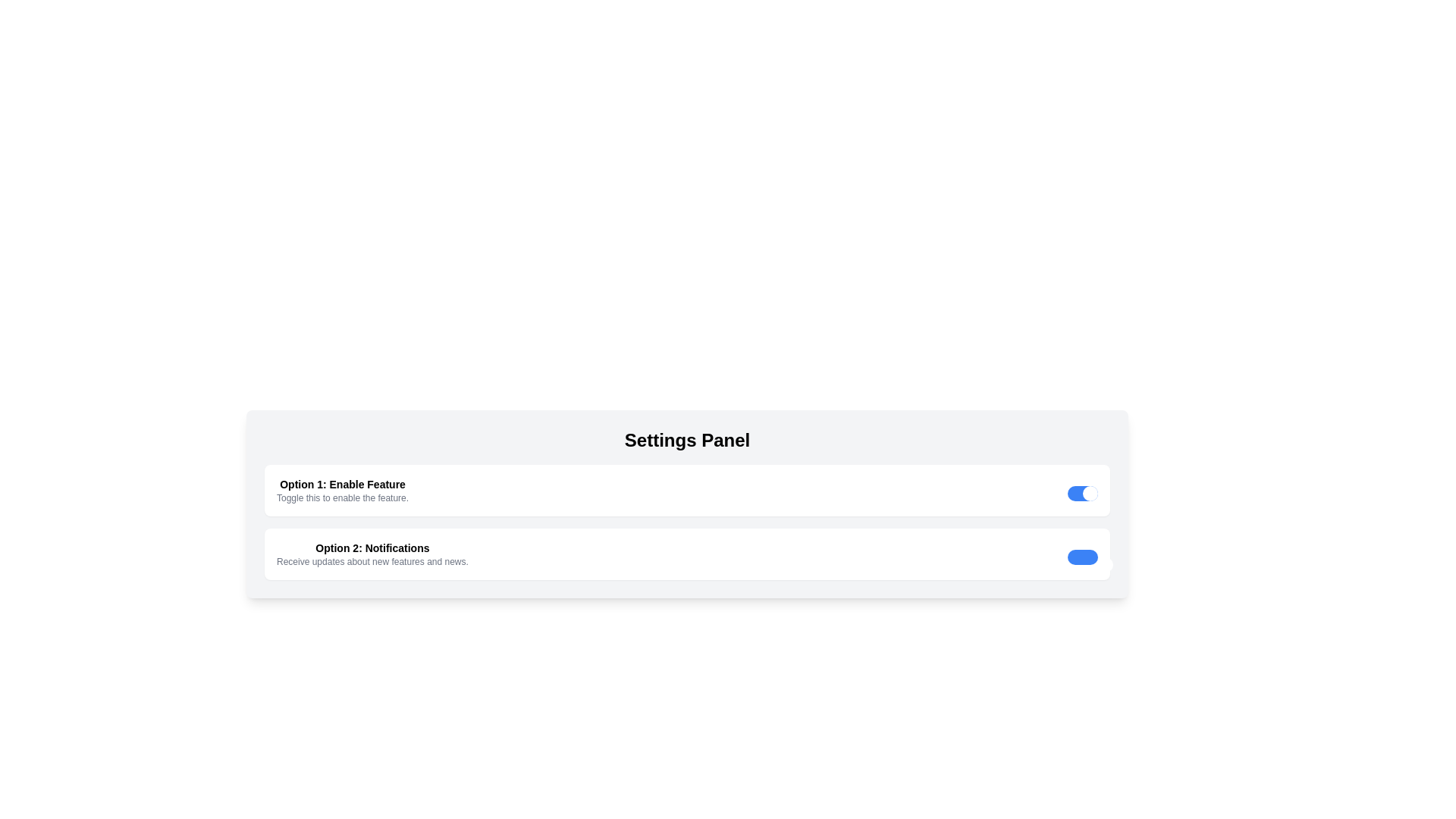  I want to click on the static text label that serves as the title for the notification settings, positioned below 'Option 1: Enable Feature', so click(372, 548).